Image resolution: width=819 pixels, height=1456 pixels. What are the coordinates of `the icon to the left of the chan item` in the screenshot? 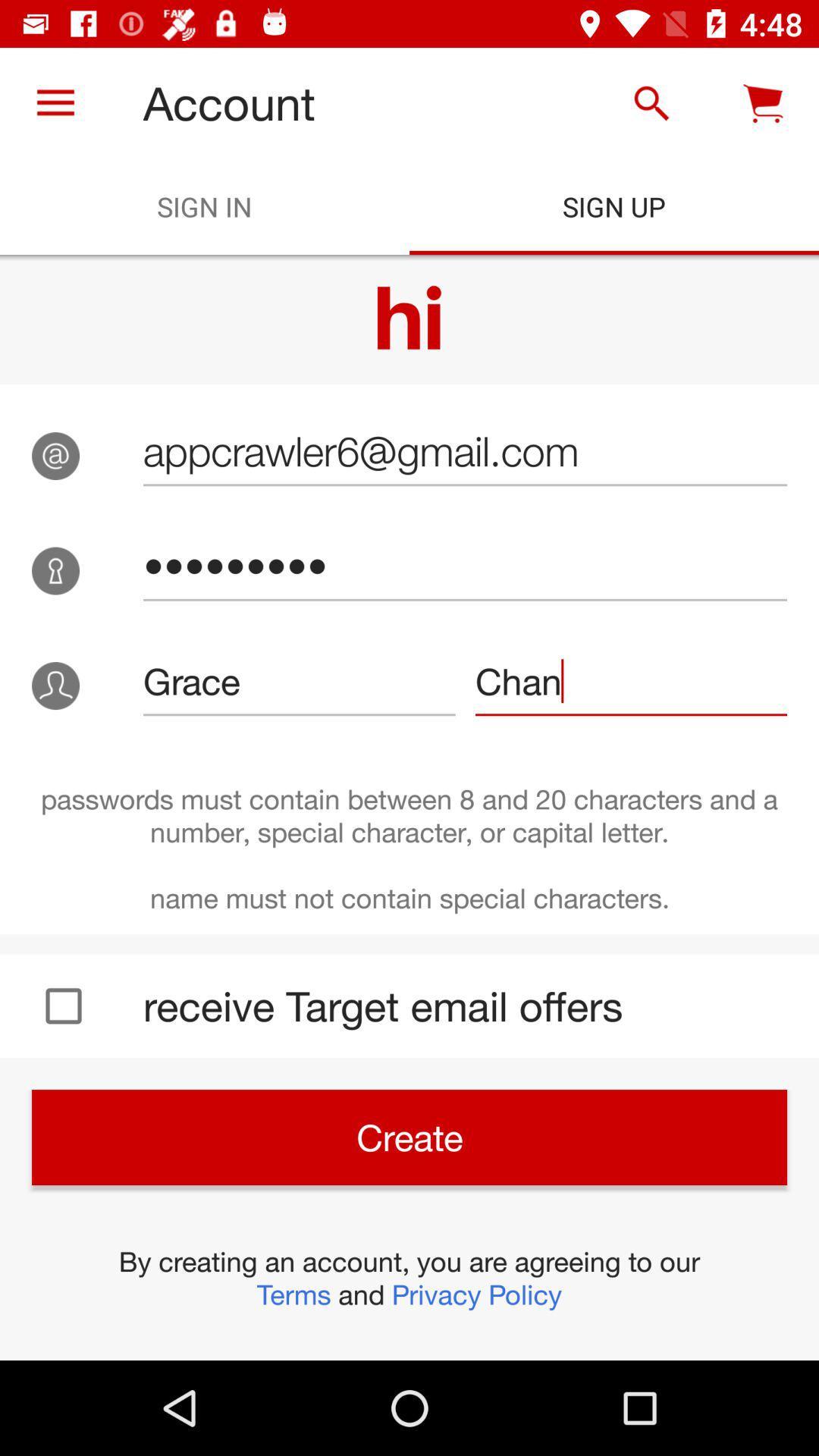 It's located at (299, 680).